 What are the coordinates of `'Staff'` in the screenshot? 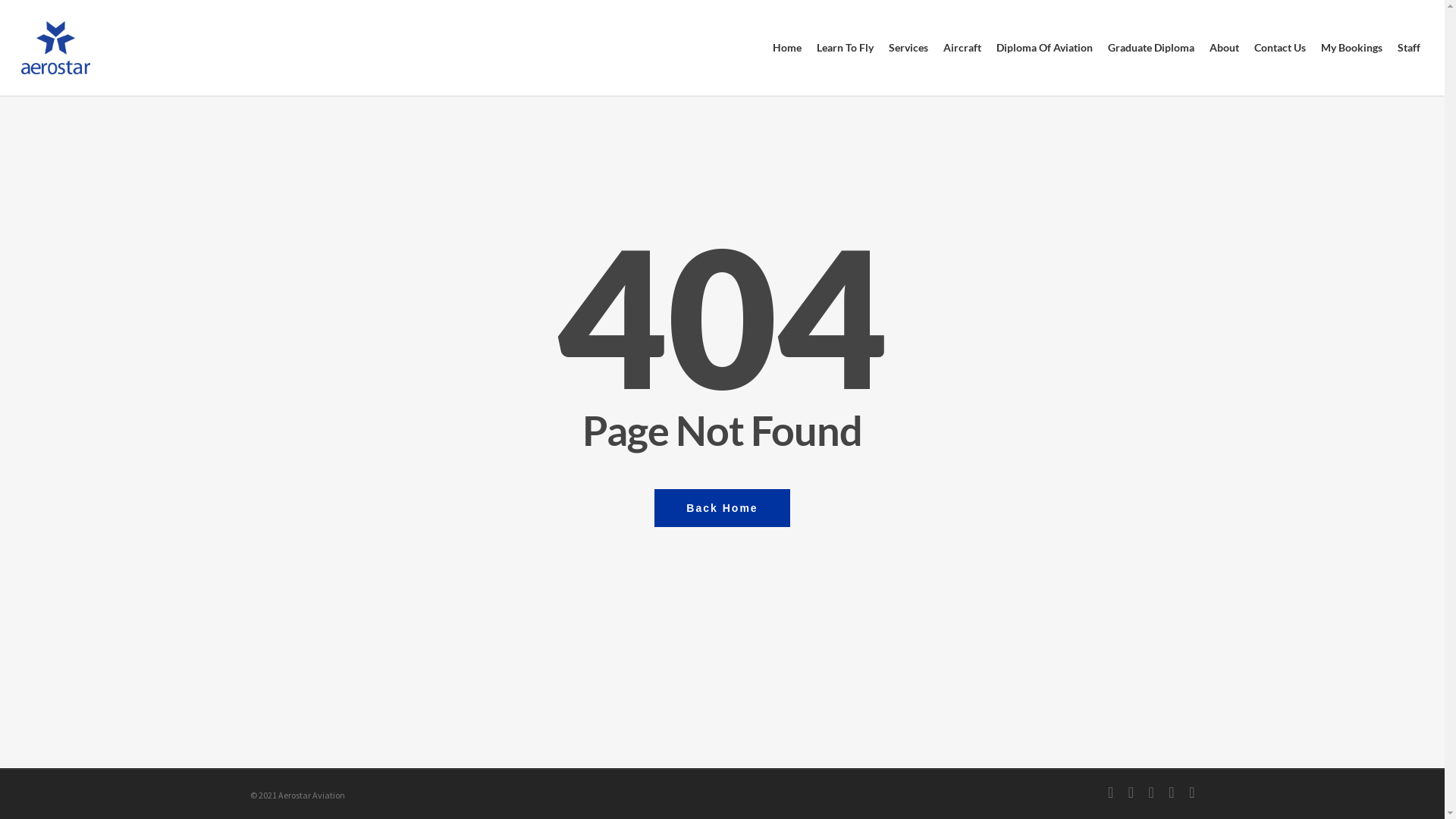 It's located at (1407, 46).